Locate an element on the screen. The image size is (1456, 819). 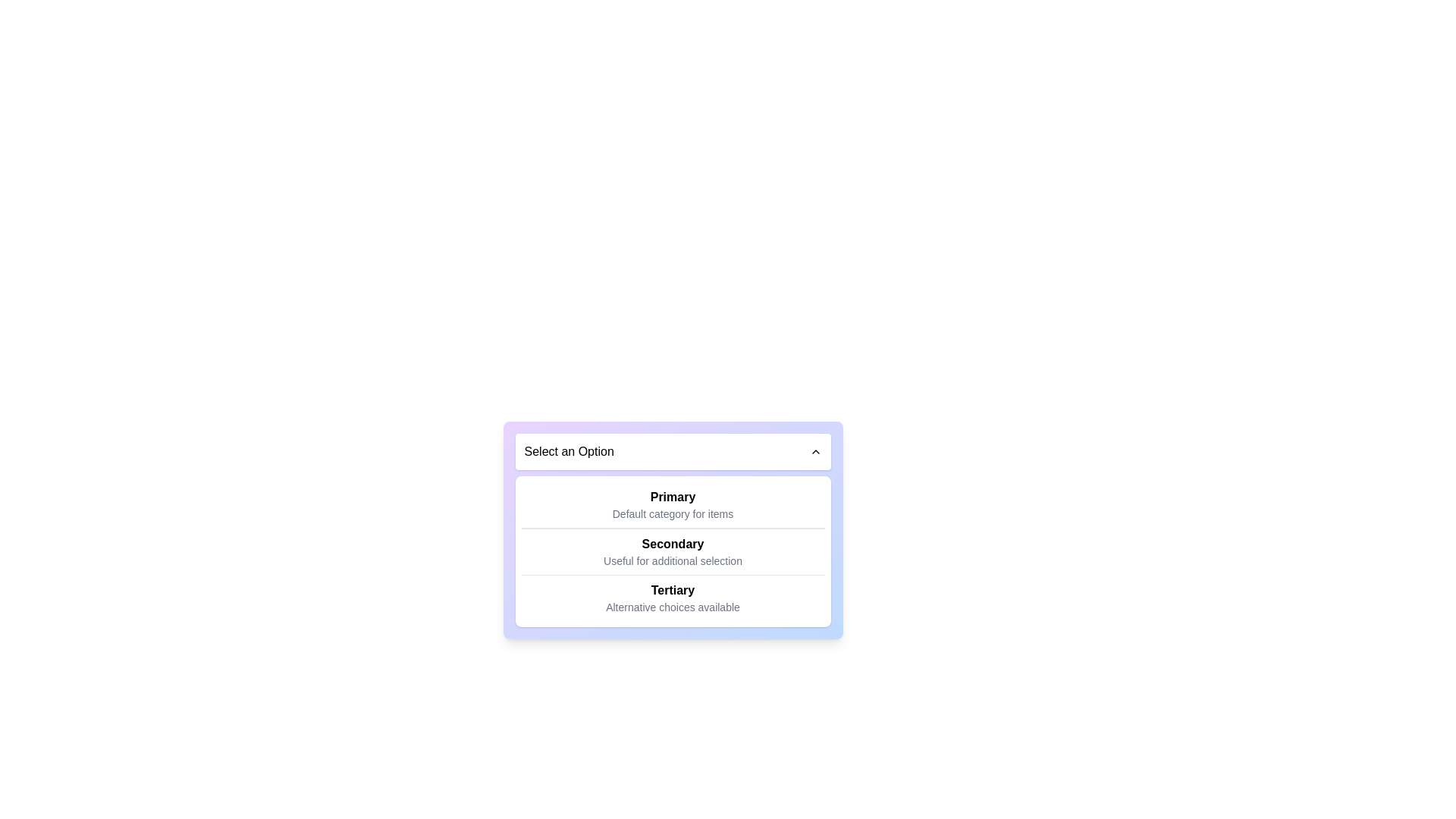
the text label 'Useful for additional selection' located directly underneath the 'Secondary' header in the dropdown menu is located at coordinates (672, 561).